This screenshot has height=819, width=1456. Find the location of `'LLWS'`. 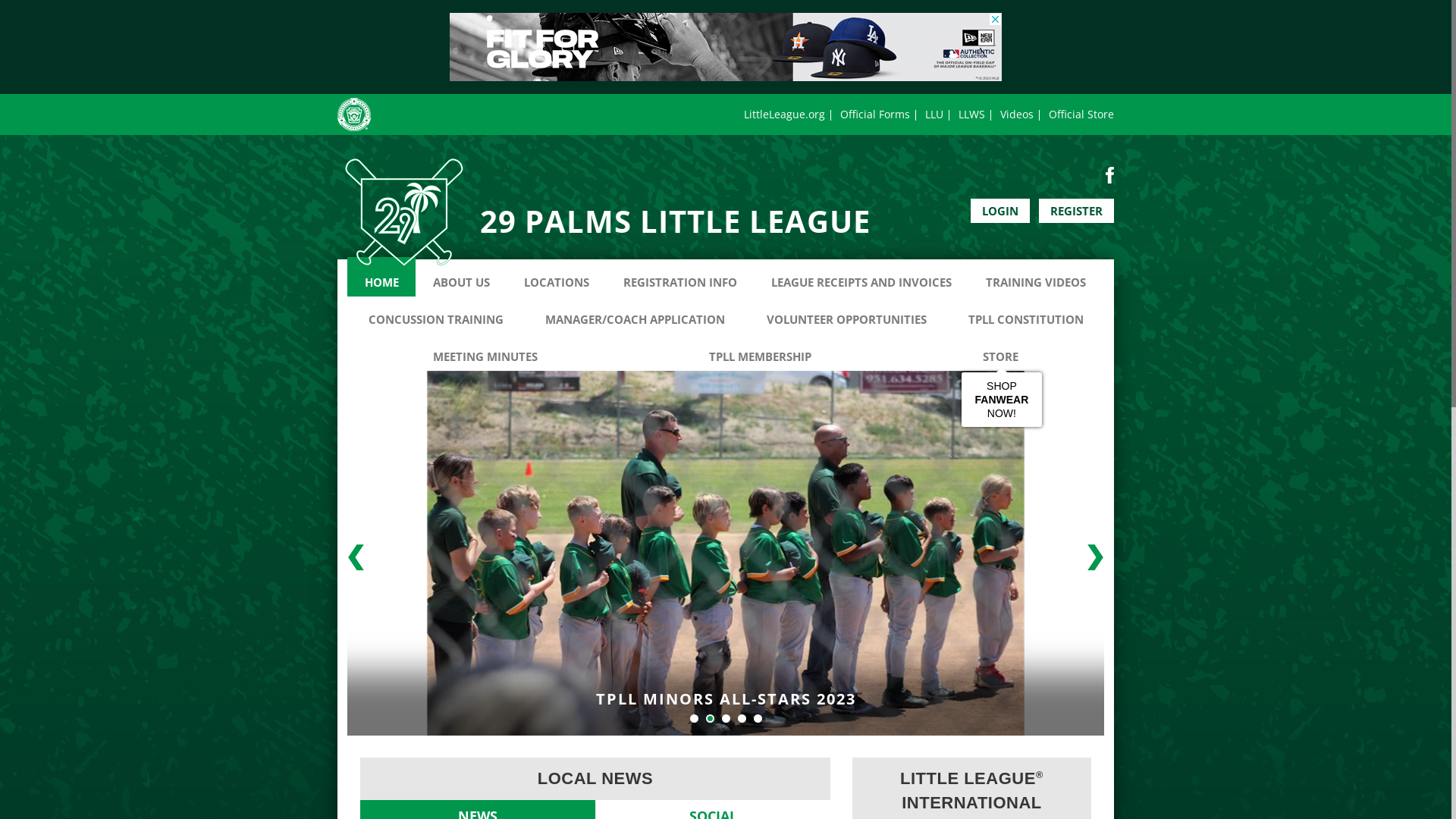

'LLWS' is located at coordinates (971, 113).